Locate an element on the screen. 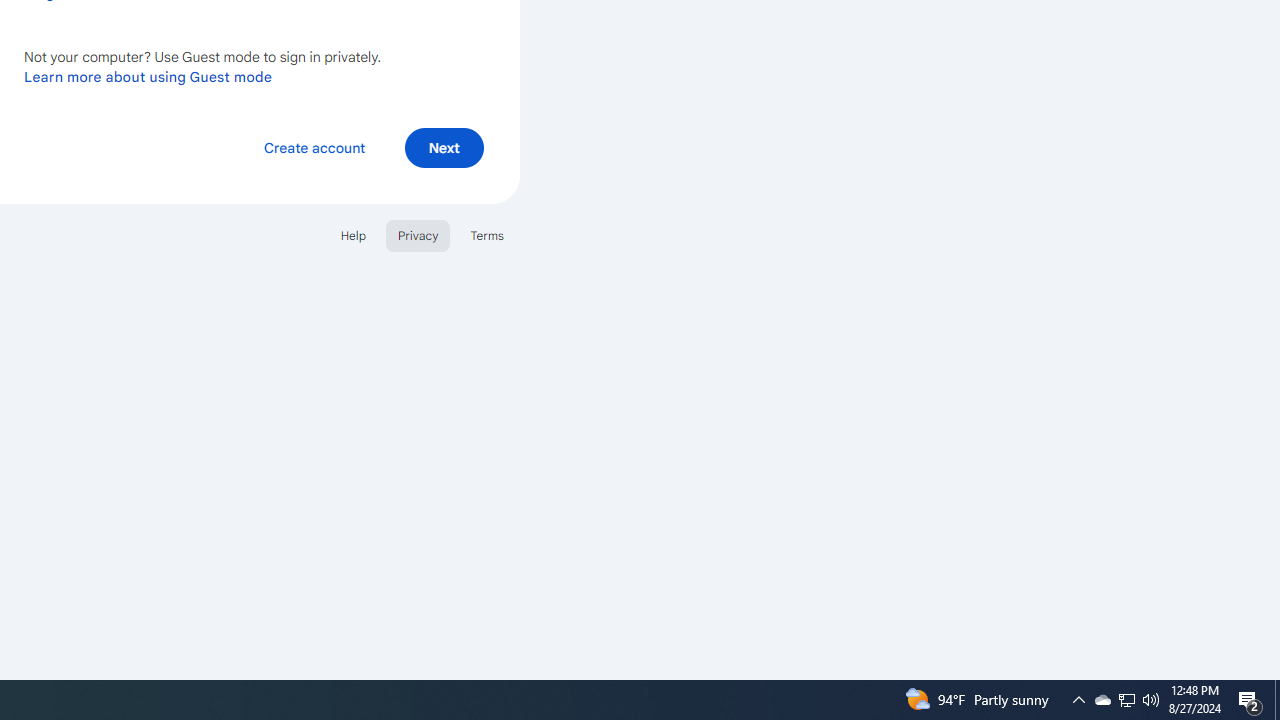 This screenshot has width=1280, height=720. 'Learn more about using Guest mode' is located at coordinates (147, 75).